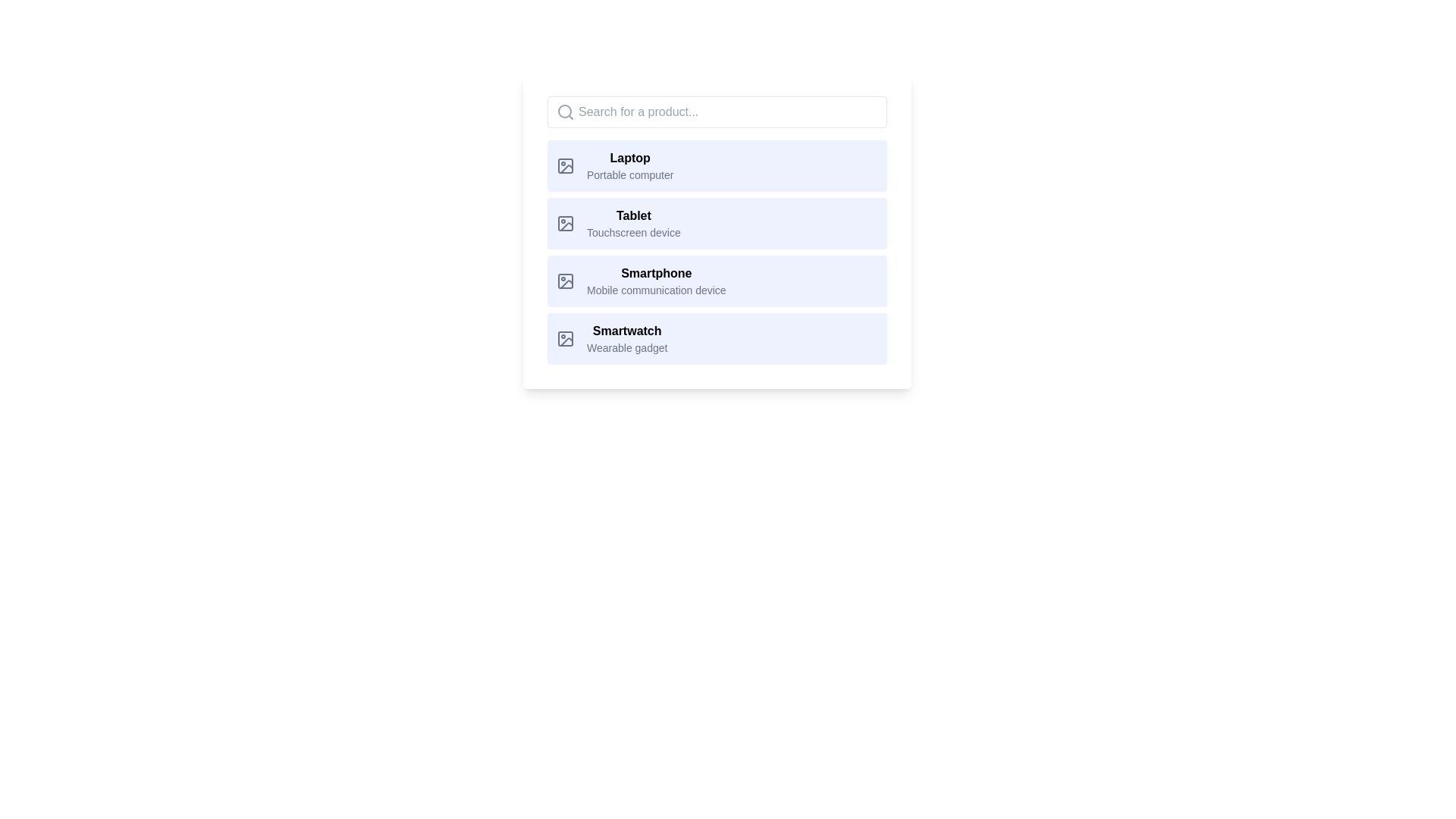  Describe the element at coordinates (564, 223) in the screenshot. I see `the graphical icon located to the left of the 'Tablet' text in the 'Tablet Touchscreen device' row, which is the second item in a vertically stacked list` at that location.